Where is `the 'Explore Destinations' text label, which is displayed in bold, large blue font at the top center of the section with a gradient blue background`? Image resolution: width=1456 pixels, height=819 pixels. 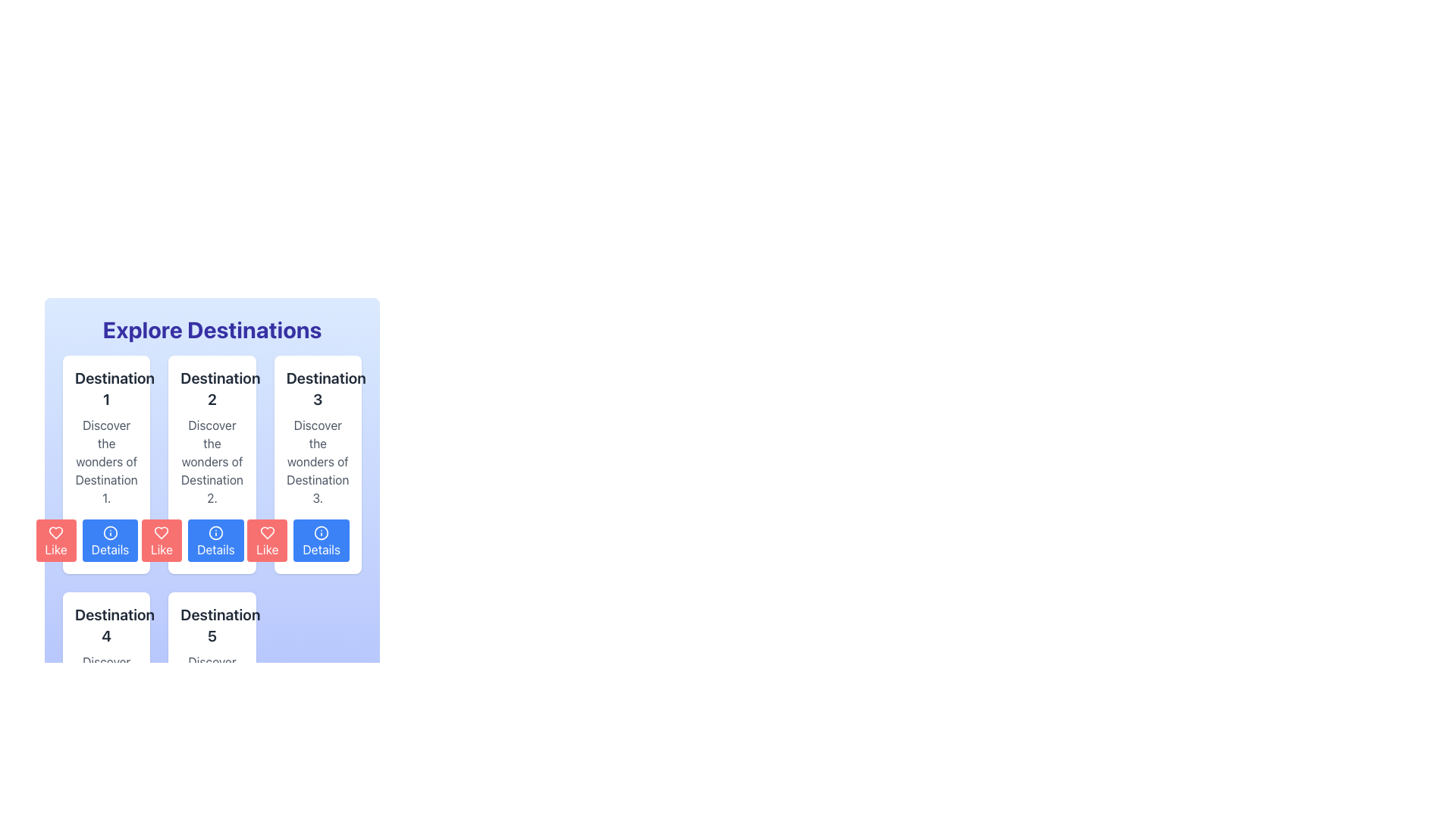
the 'Explore Destinations' text label, which is displayed in bold, large blue font at the top center of the section with a gradient blue background is located at coordinates (211, 329).